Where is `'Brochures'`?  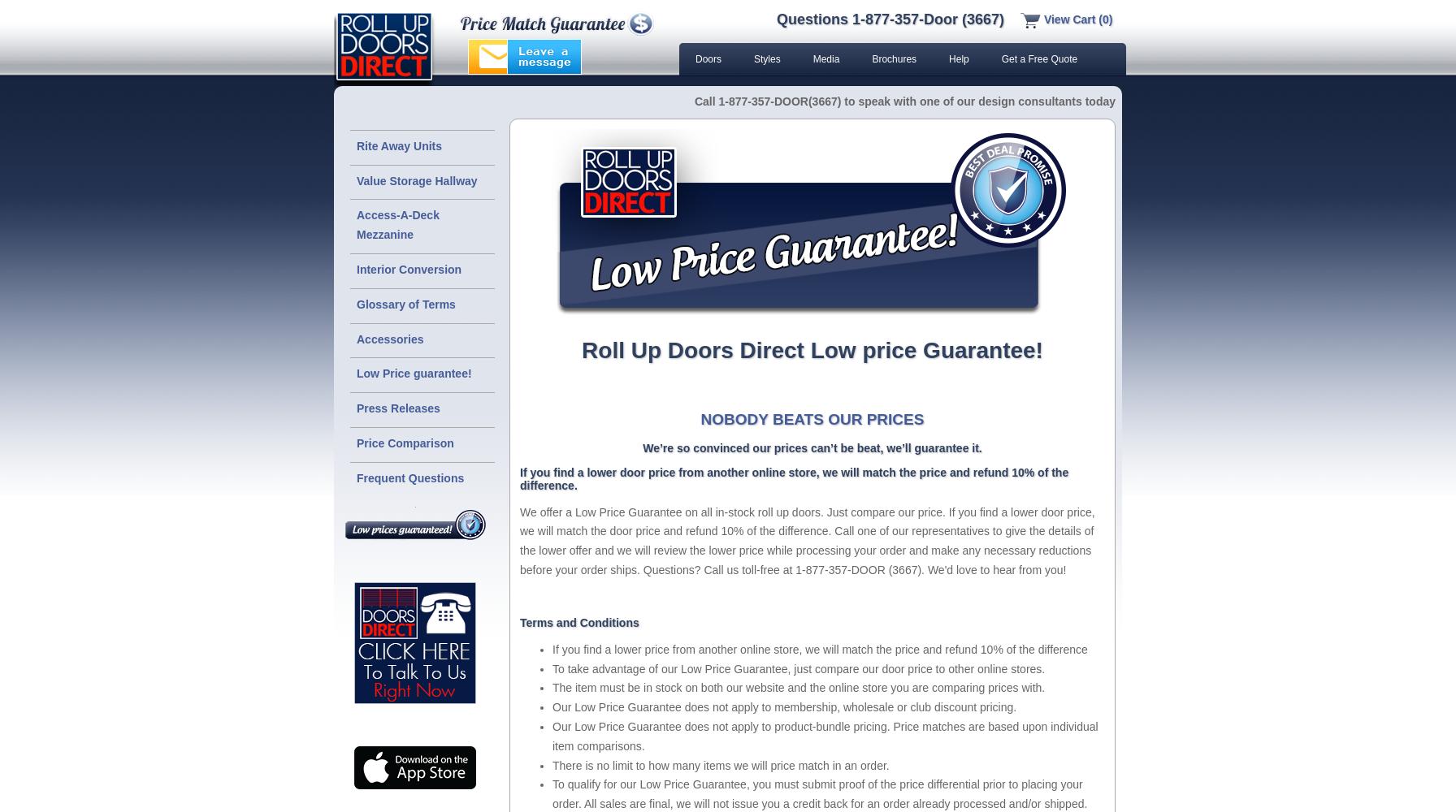 'Brochures' is located at coordinates (894, 58).